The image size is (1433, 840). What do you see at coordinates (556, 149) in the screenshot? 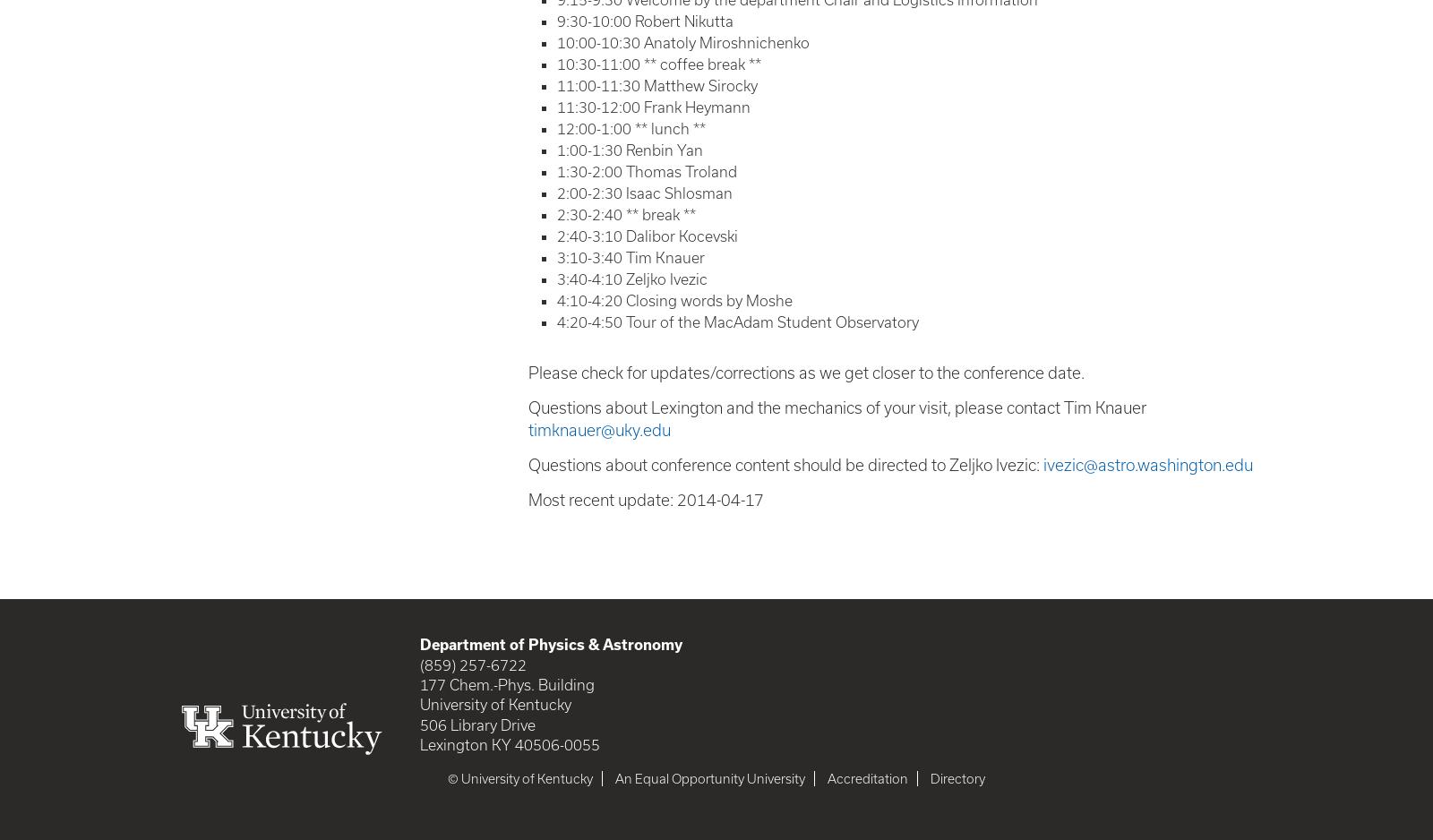
I see `'1:00-1:30 Renbin Yan'` at bounding box center [556, 149].